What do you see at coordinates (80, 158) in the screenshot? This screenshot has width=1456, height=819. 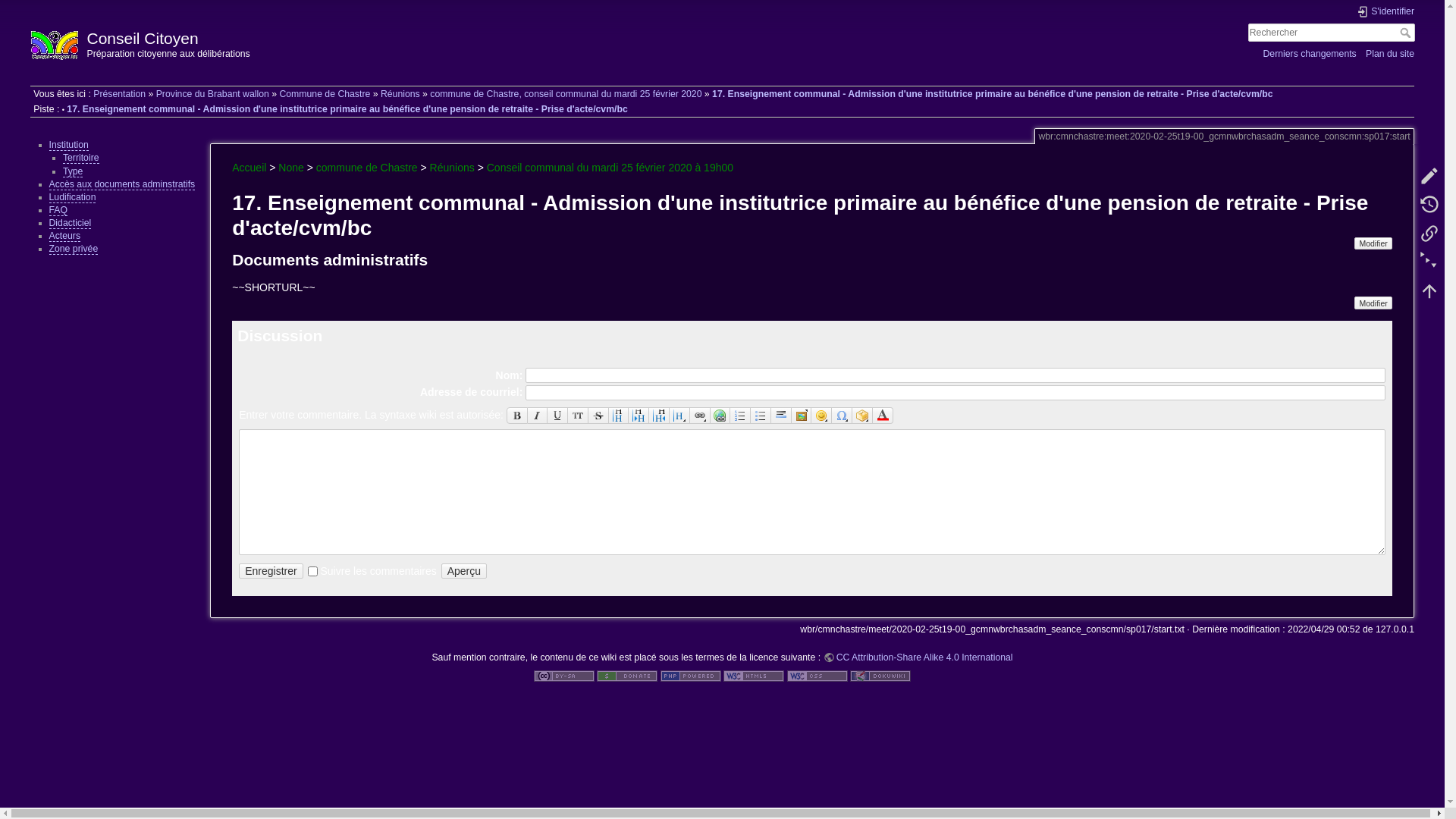 I see `'Territoire'` at bounding box center [80, 158].